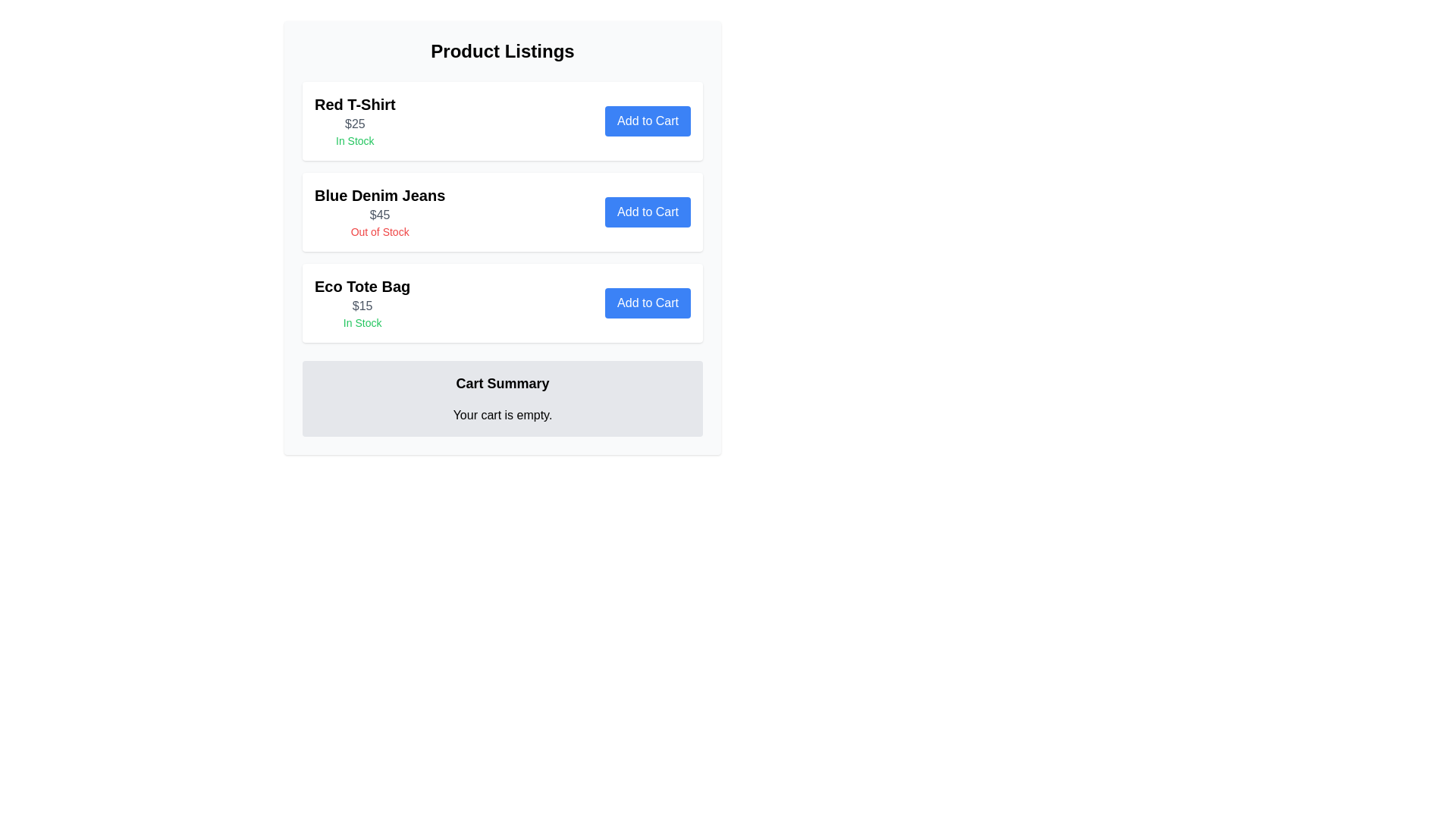 The width and height of the screenshot is (1456, 819). What do you see at coordinates (648, 212) in the screenshot?
I see `the 'Add to Cart' button for the product 'Blue Denim Jeans', which is the rightmost interactive element in its product listing card` at bounding box center [648, 212].